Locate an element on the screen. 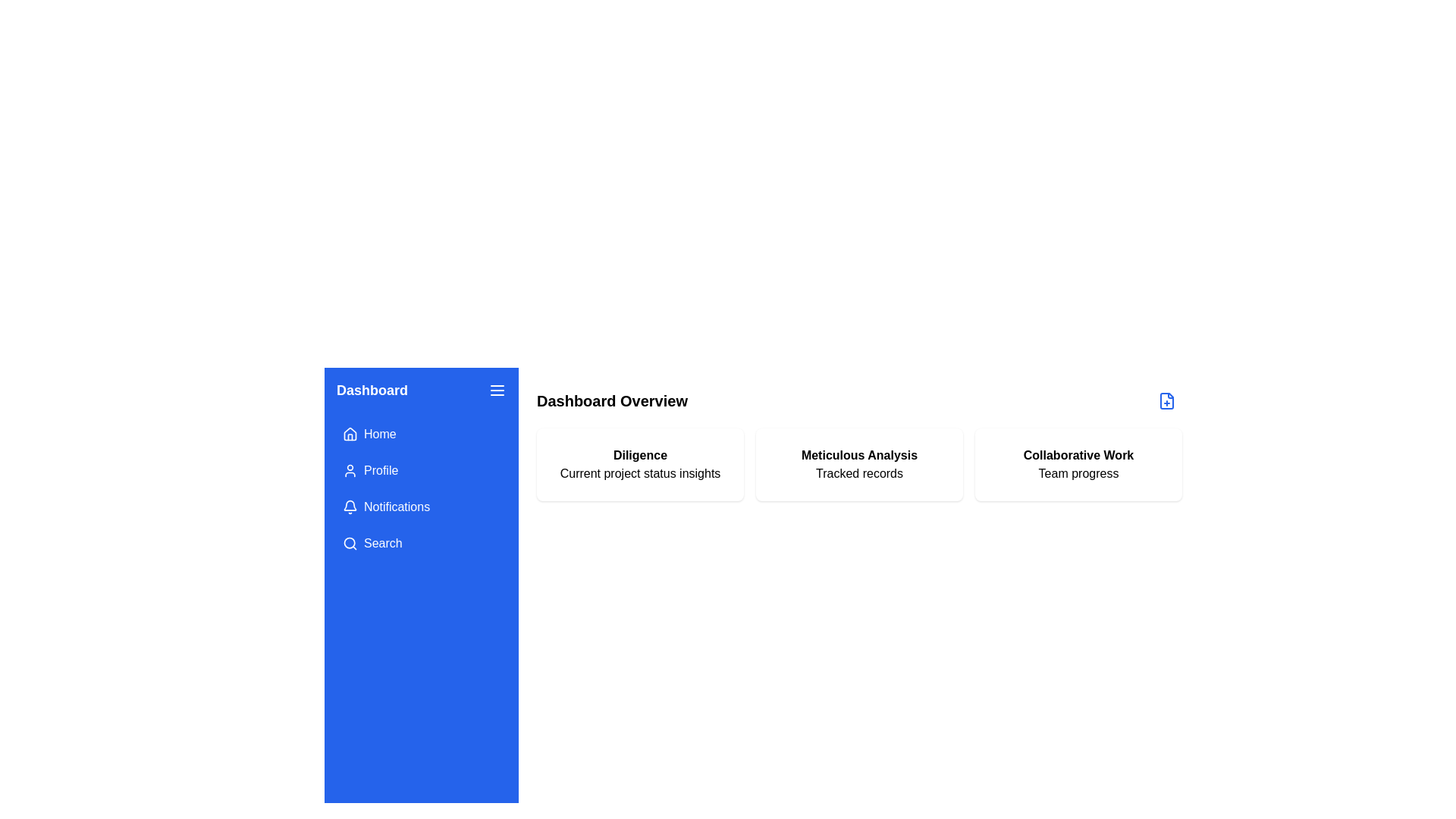 The image size is (1456, 819). the bold text label displaying 'Dashboard' in the left vertical navigation menu, which is styled prominently against a blue background is located at coordinates (372, 390).